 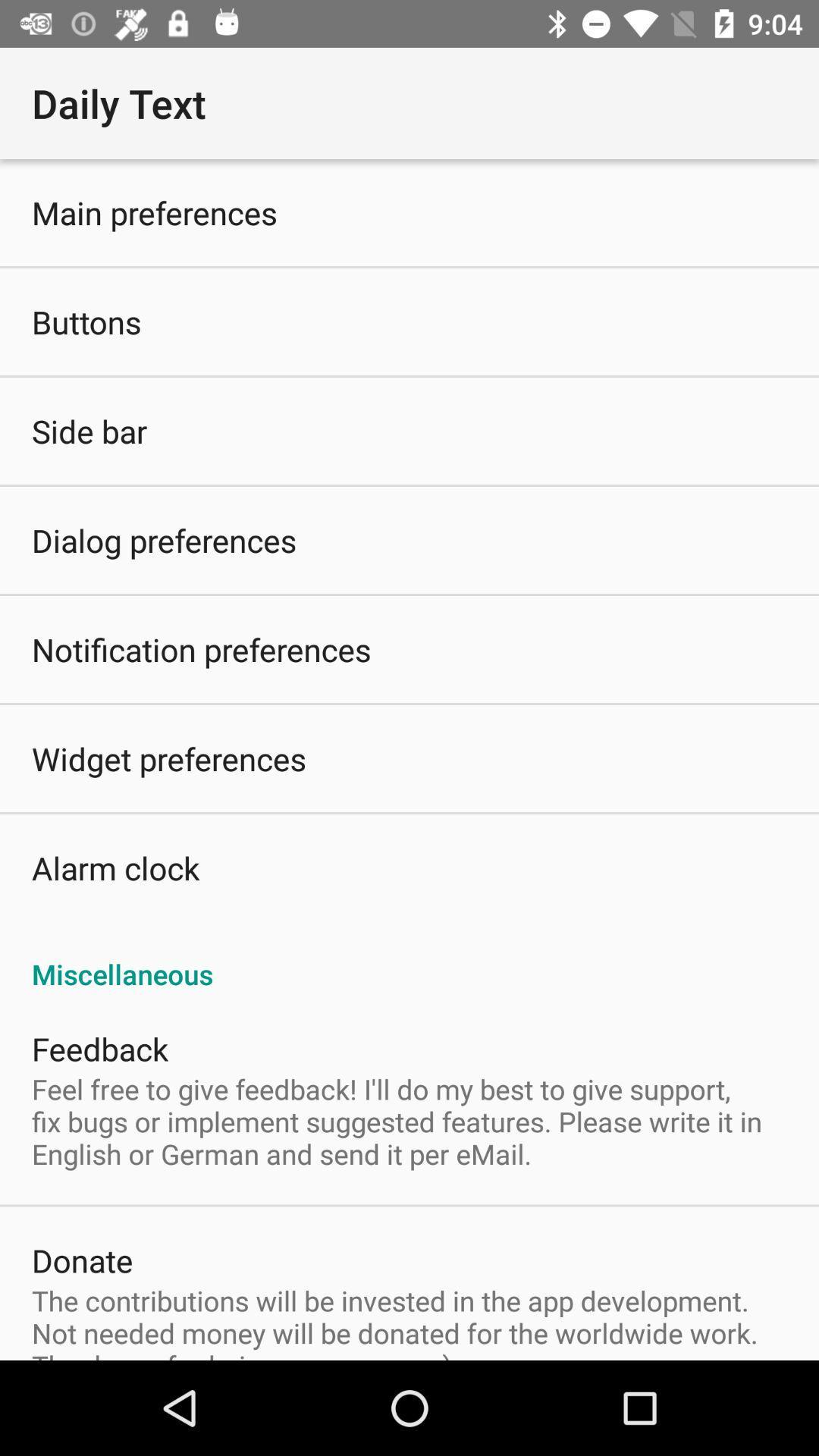 I want to click on miscellaneous, so click(x=409, y=957).